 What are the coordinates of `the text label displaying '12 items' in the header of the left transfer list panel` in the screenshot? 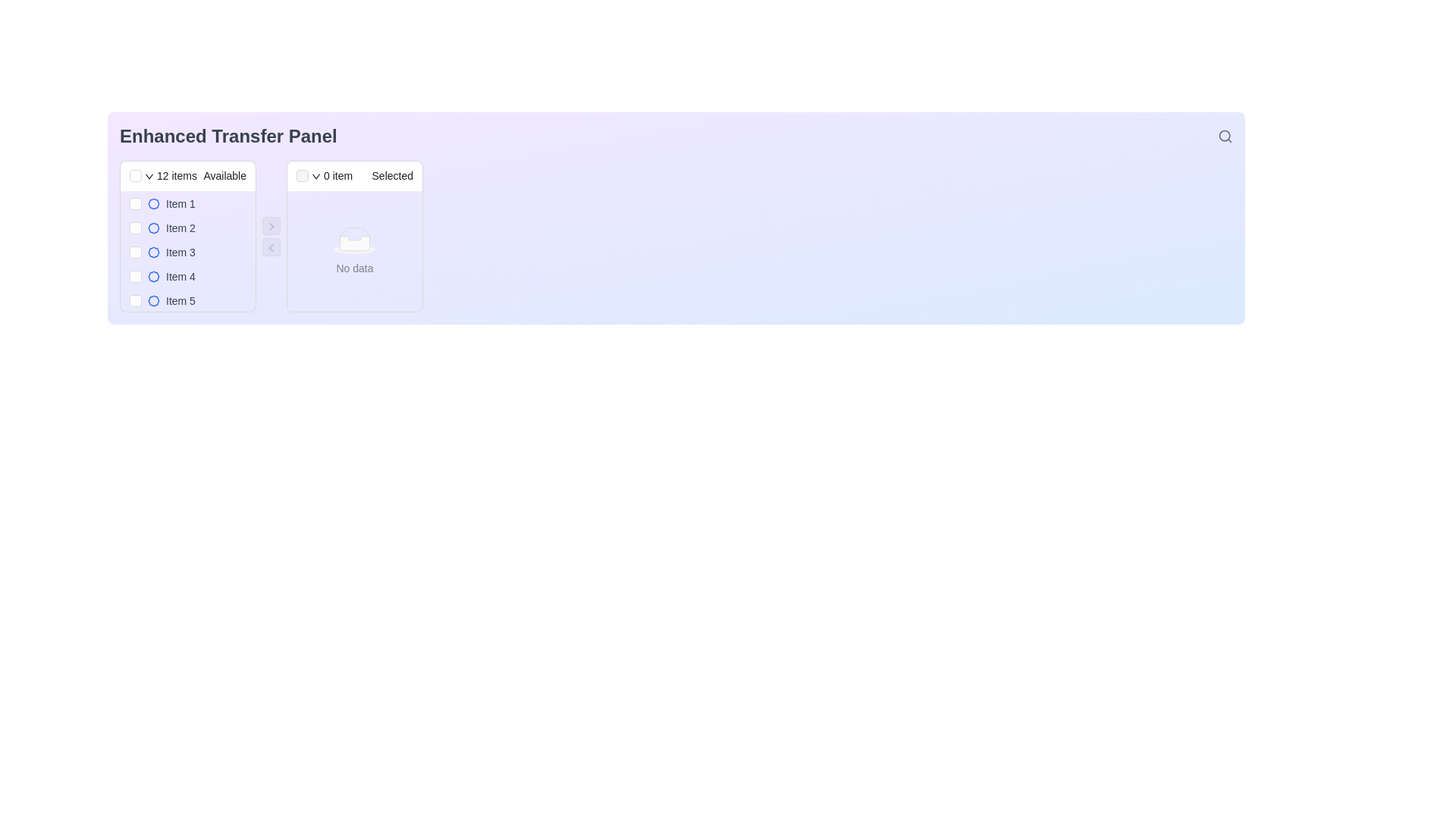 It's located at (177, 174).